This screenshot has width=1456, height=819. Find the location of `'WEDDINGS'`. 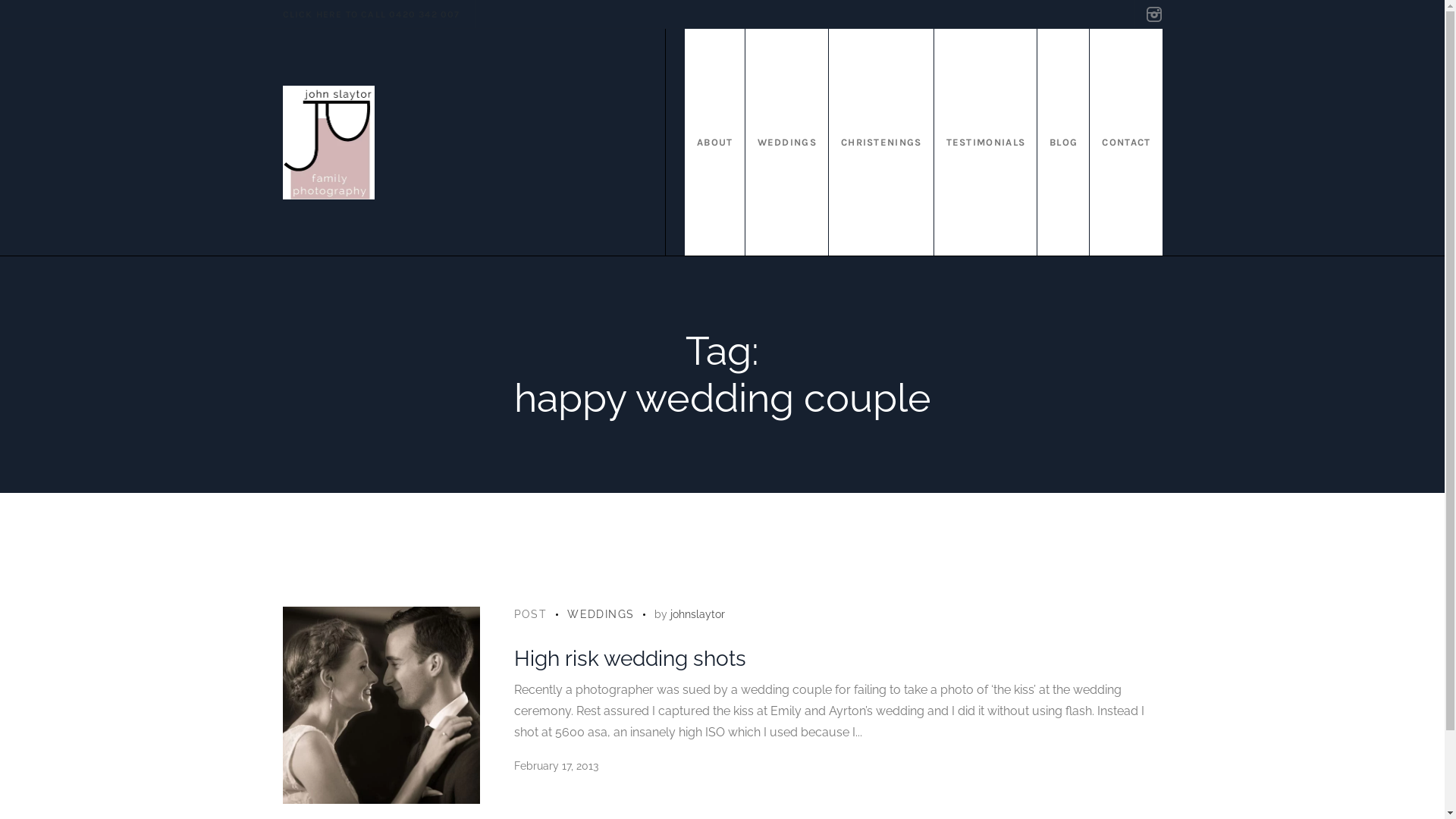

'WEDDINGS' is located at coordinates (600, 614).